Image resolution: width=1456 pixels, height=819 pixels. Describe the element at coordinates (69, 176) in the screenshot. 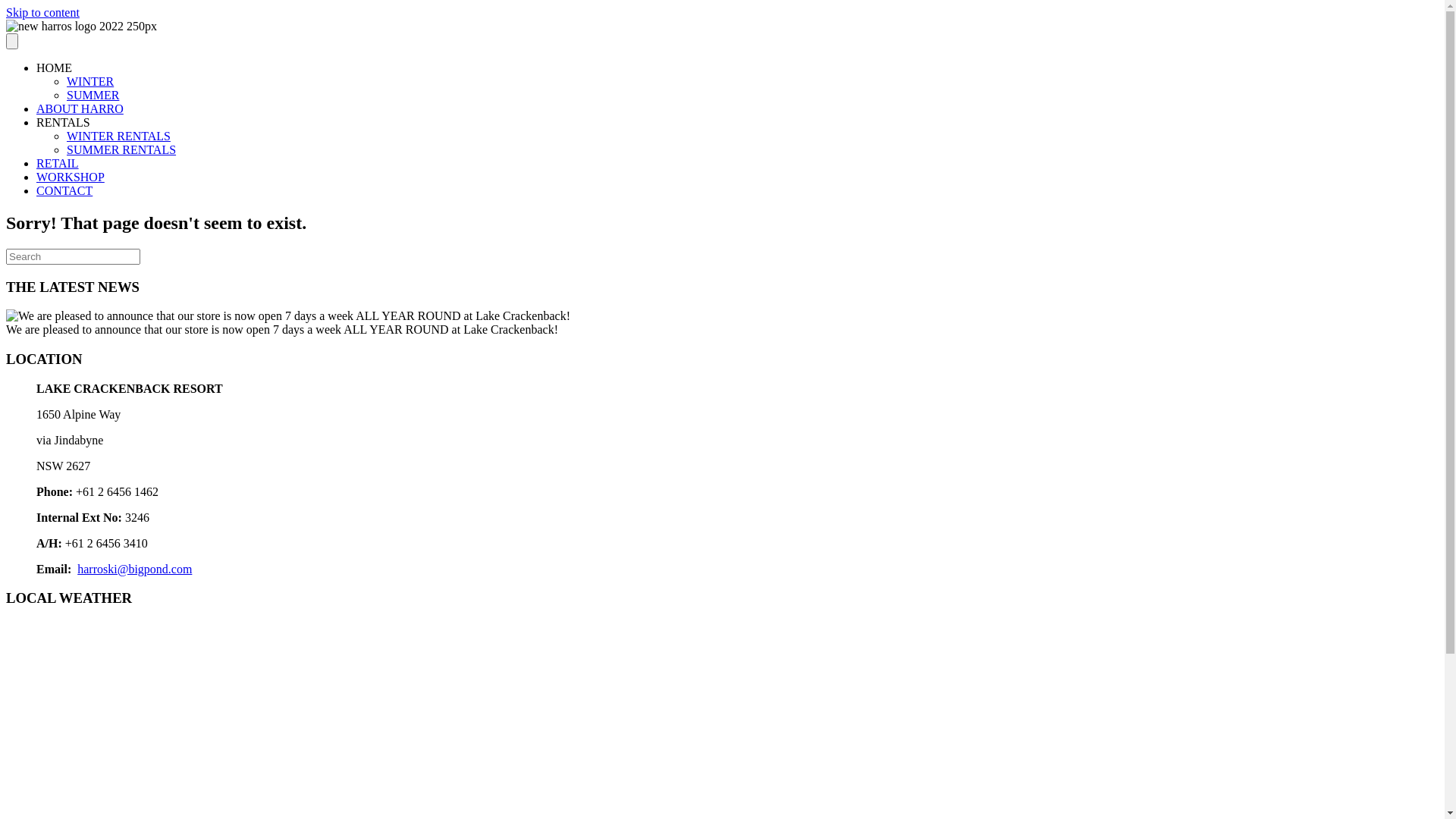

I see `'WORKSHOP'` at that location.